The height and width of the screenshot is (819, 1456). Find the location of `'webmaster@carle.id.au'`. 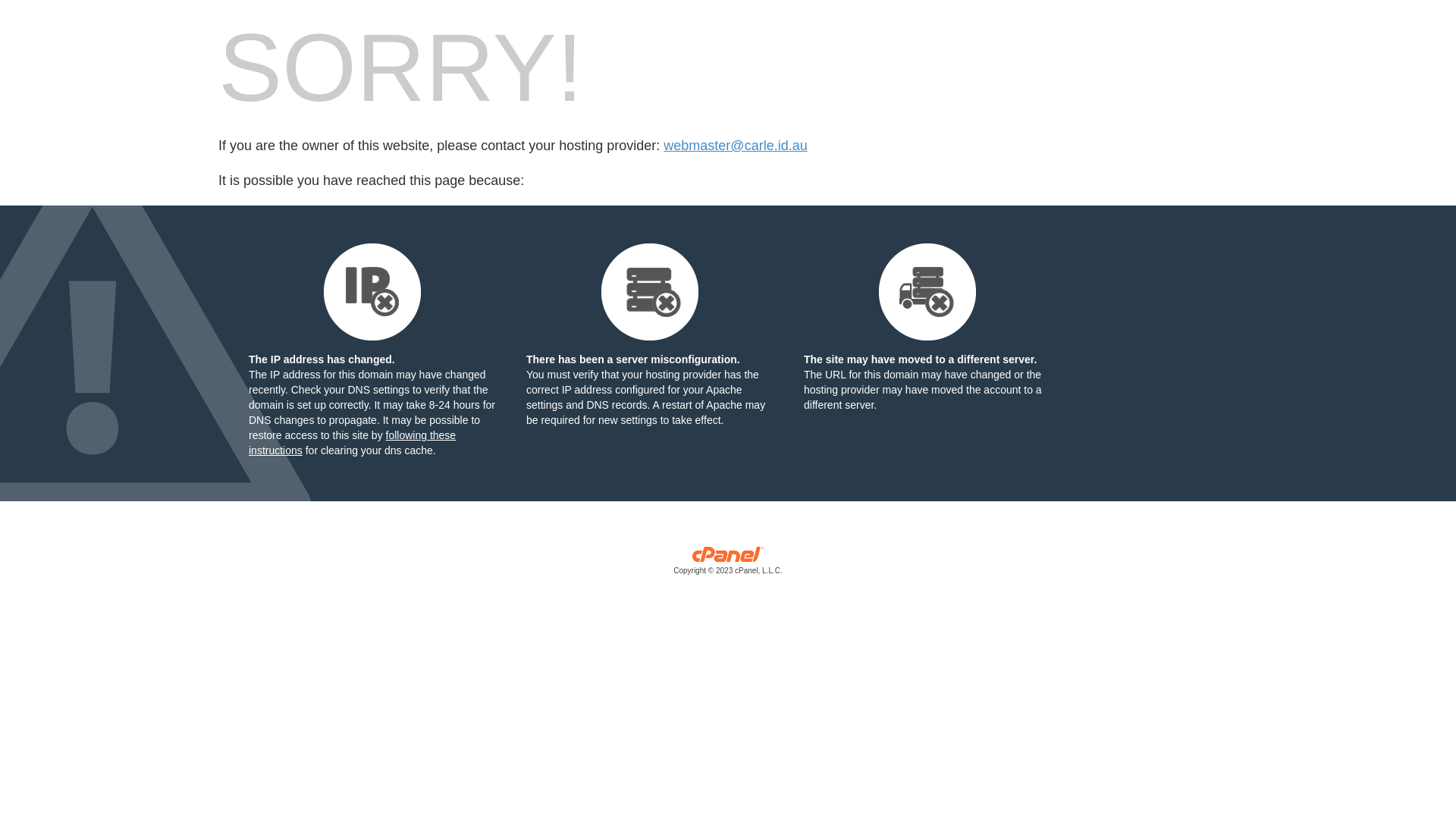

'webmaster@carle.id.au' is located at coordinates (735, 146).